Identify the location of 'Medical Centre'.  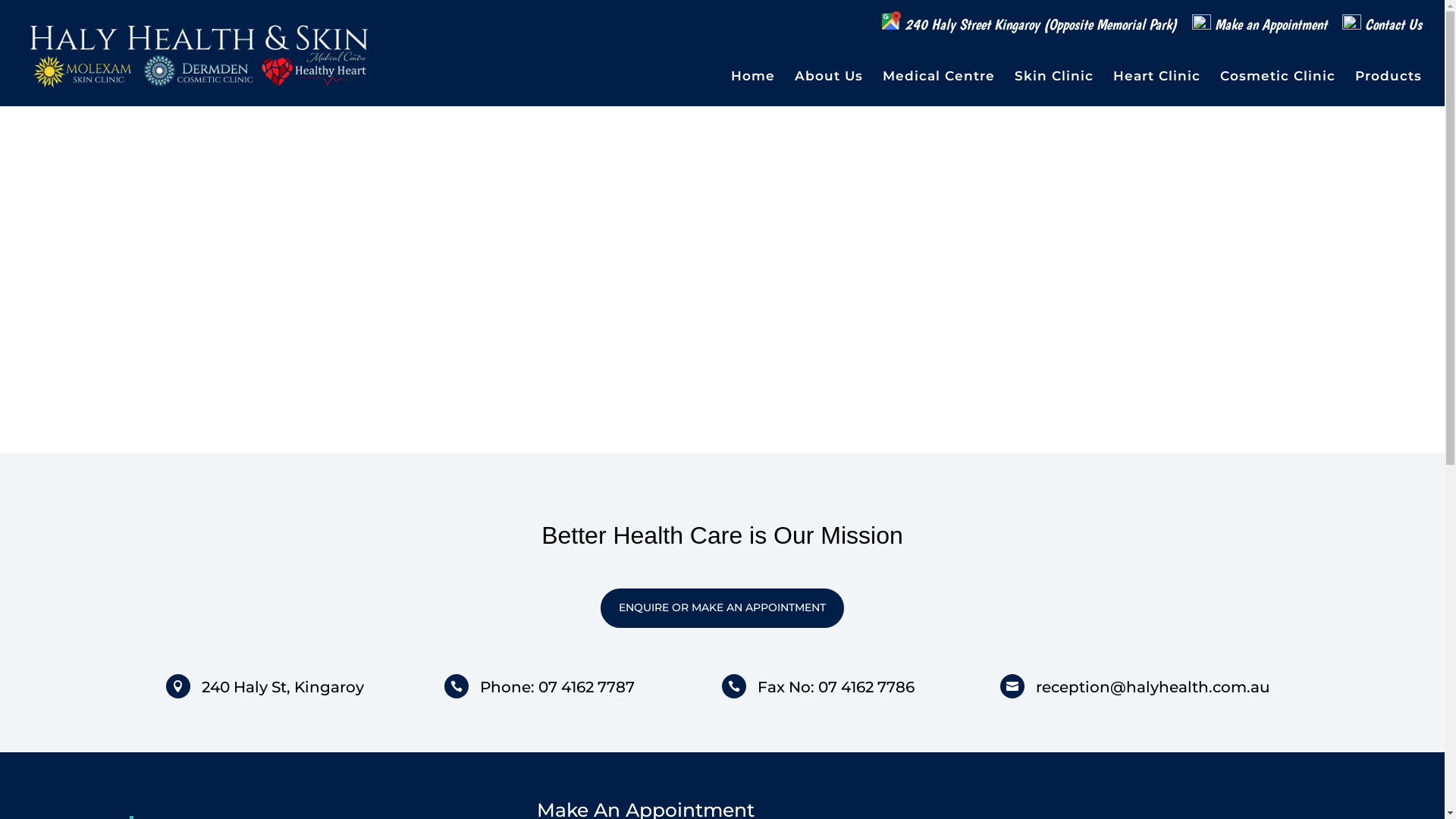
(882, 88).